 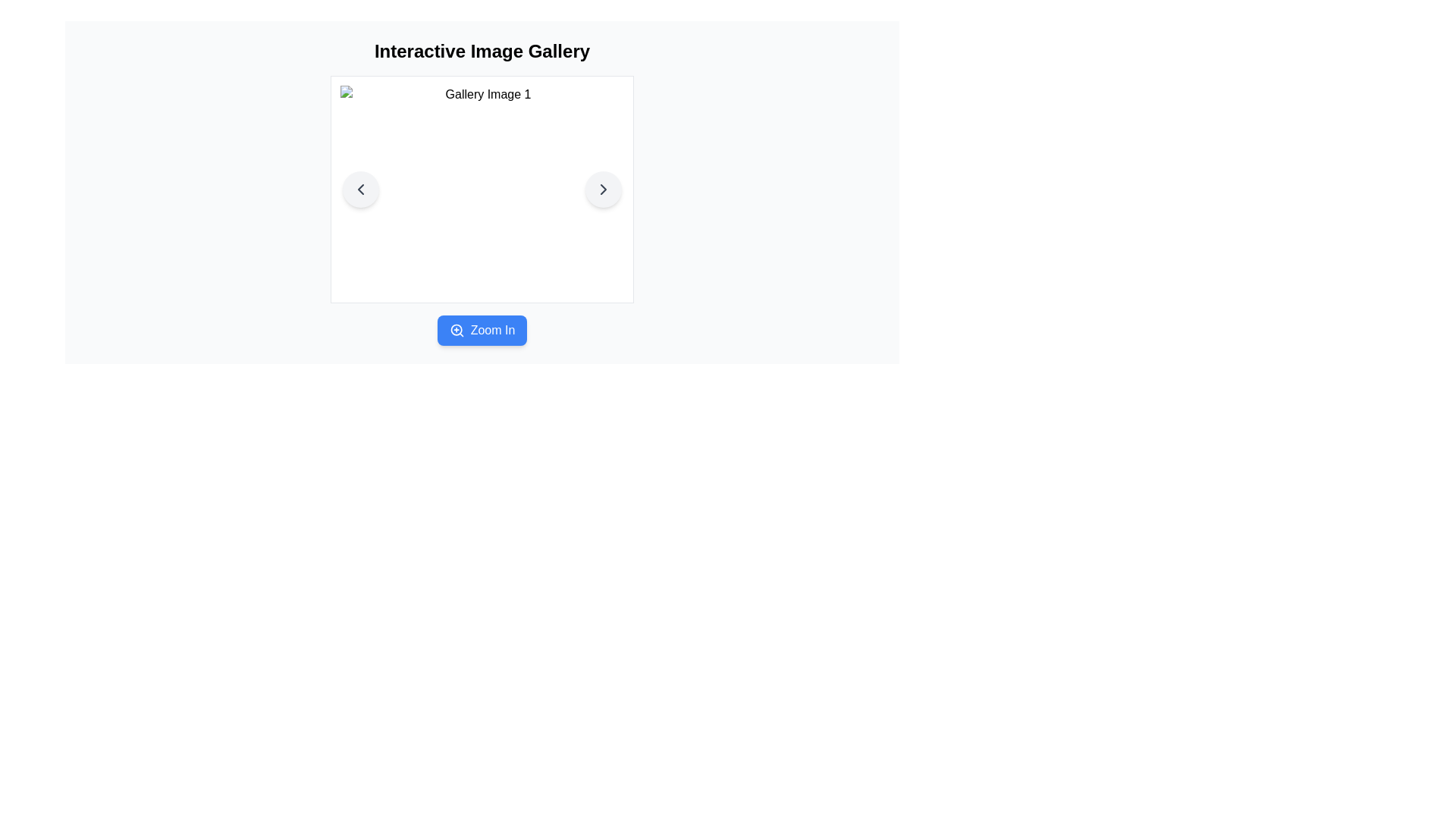 I want to click on the chevron icon located on the right side of the gallery component, so click(x=603, y=189).